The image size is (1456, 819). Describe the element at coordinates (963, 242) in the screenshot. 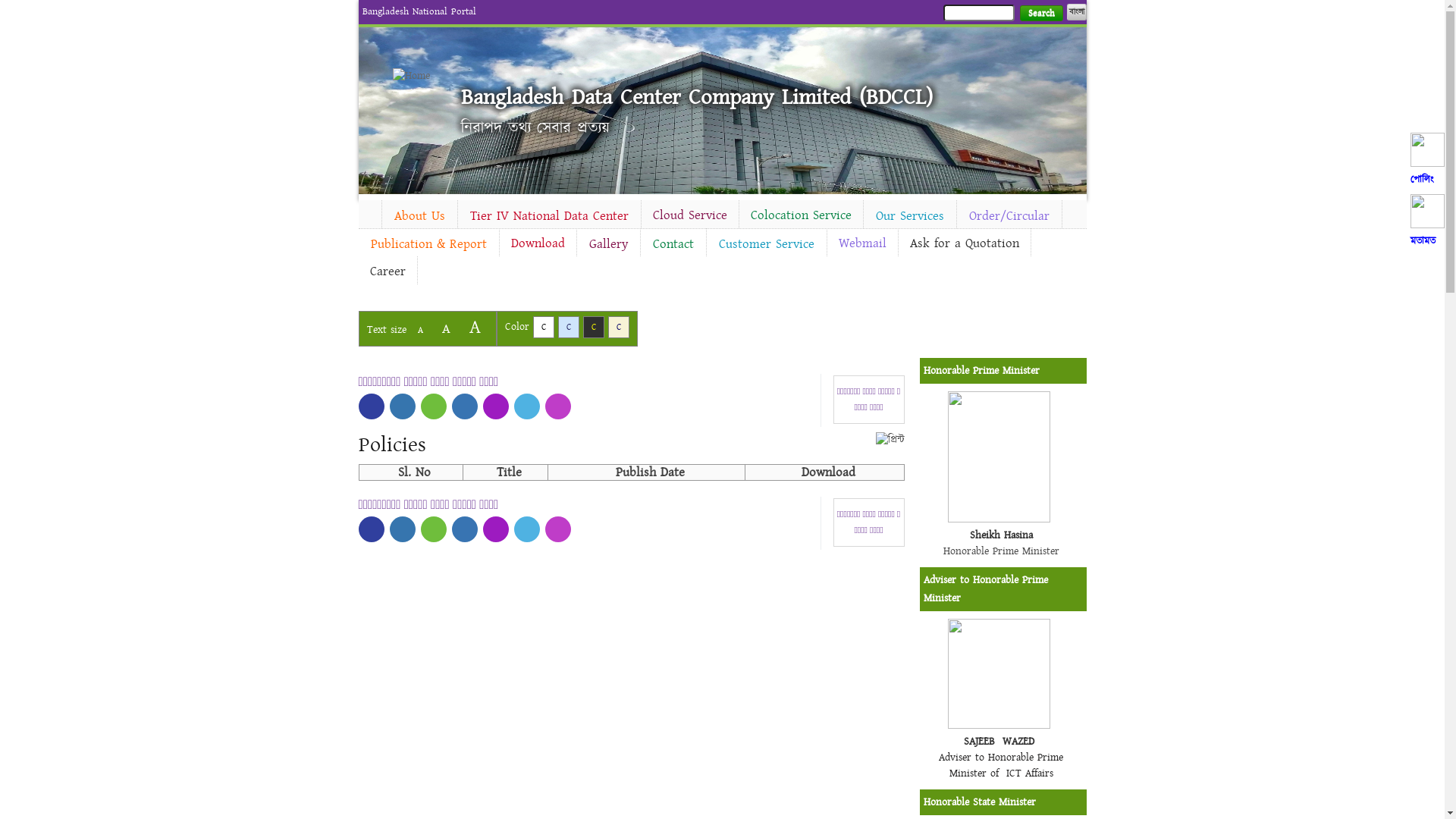

I see `'Ask for a Quotation'` at that location.